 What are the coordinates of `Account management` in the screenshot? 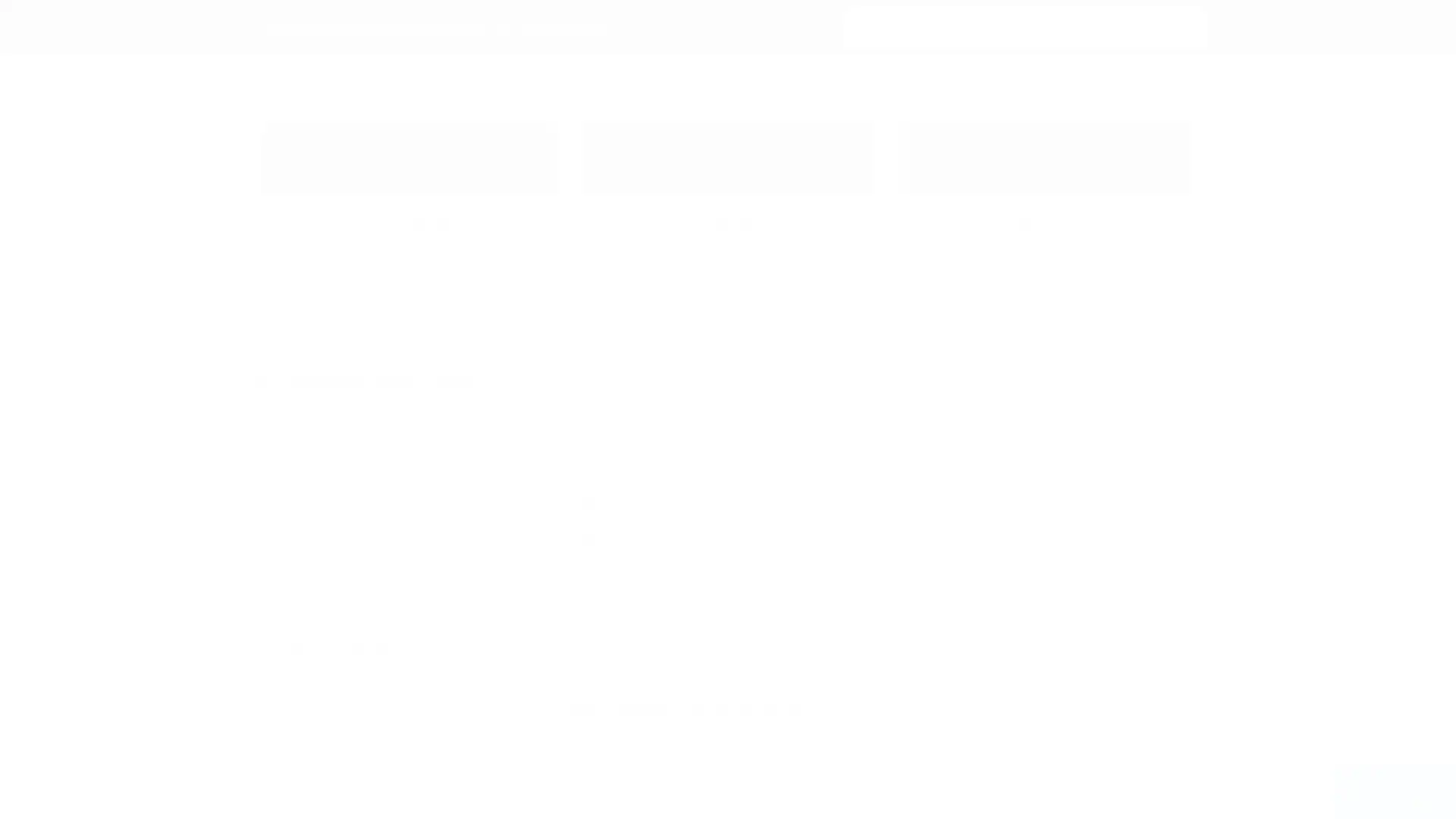 It's located at (378, 543).